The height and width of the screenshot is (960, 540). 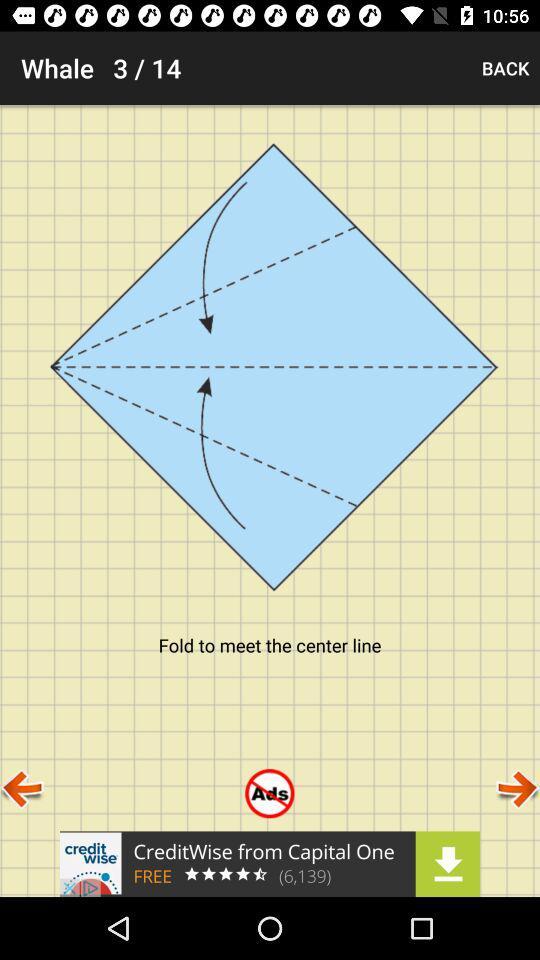 I want to click on advertisement, so click(x=270, y=863).